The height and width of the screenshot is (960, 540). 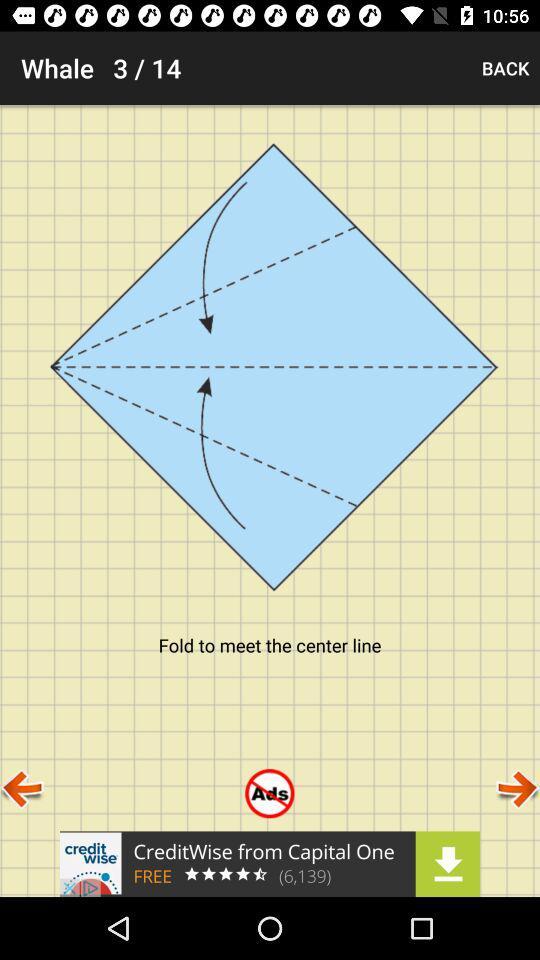 I want to click on advertisement, so click(x=270, y=863).